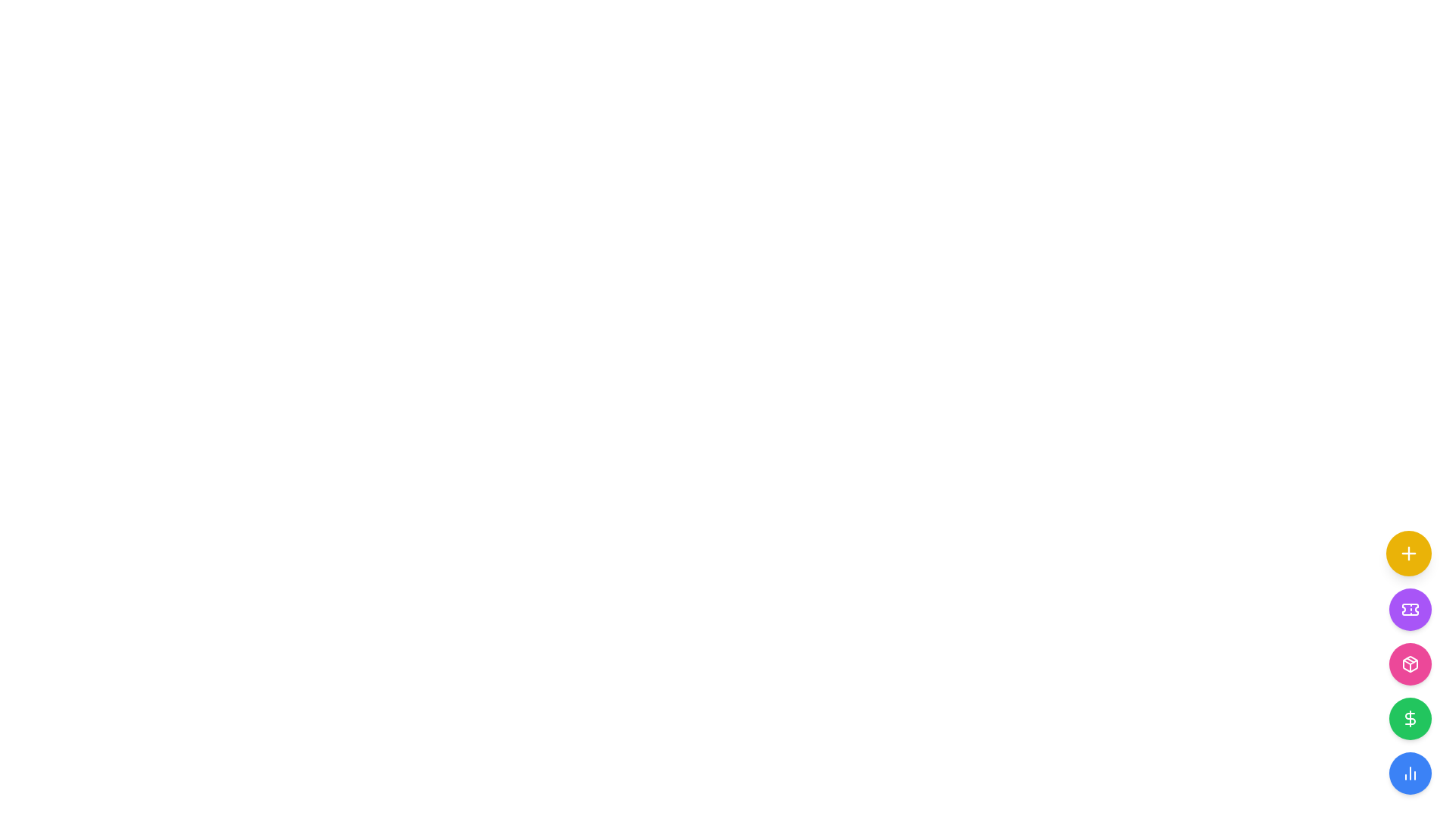 The width and height of the screenshot is (1456, 819). Describe the element at coordinates (1410, 773) in the screenshot. I see `the blue circular button containing the bar chart icon, which is the fifth button from the top in the sidebar` at that location.